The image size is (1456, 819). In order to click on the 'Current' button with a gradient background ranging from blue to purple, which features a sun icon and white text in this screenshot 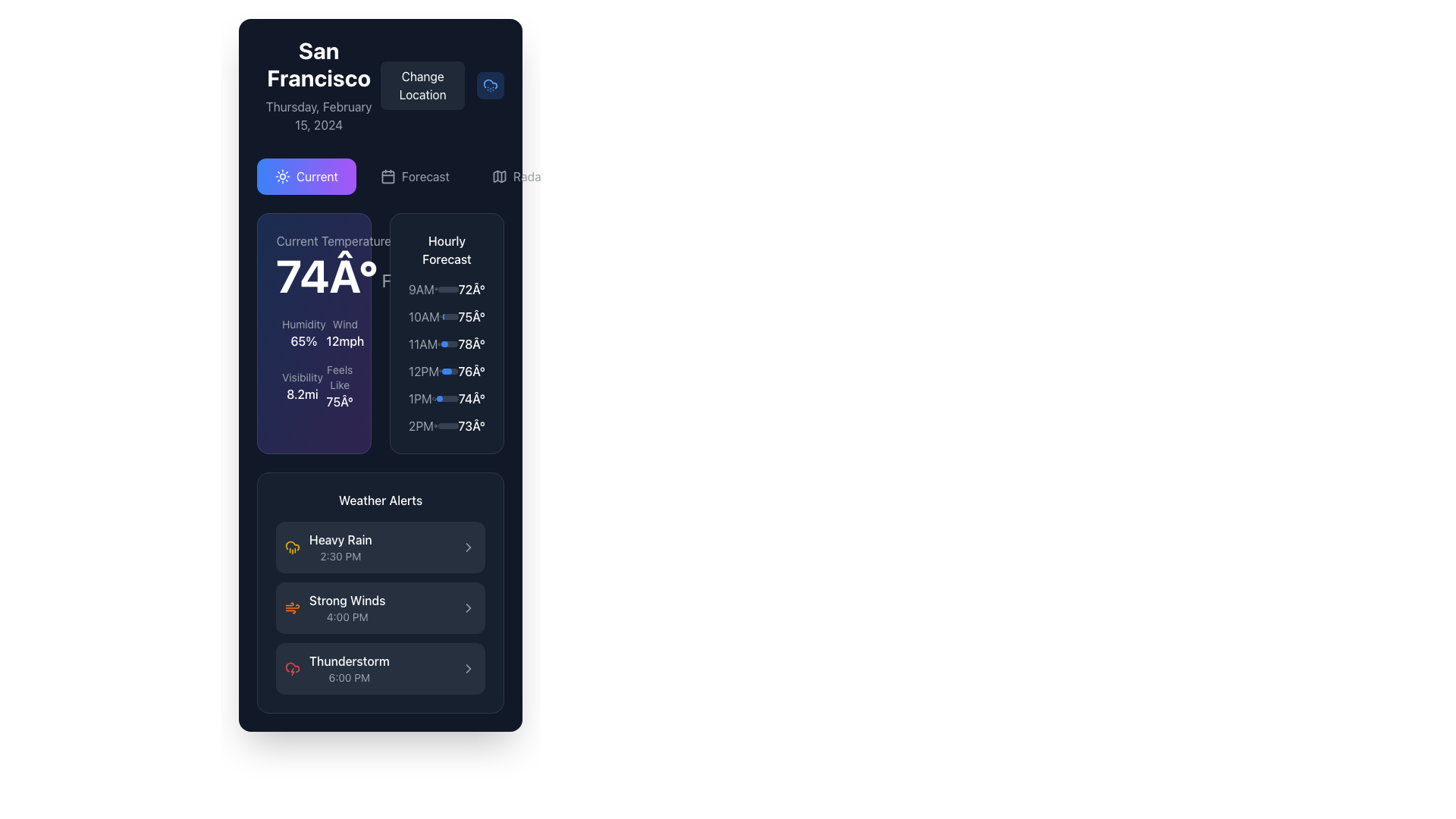, I will do `click(306, 175)`.